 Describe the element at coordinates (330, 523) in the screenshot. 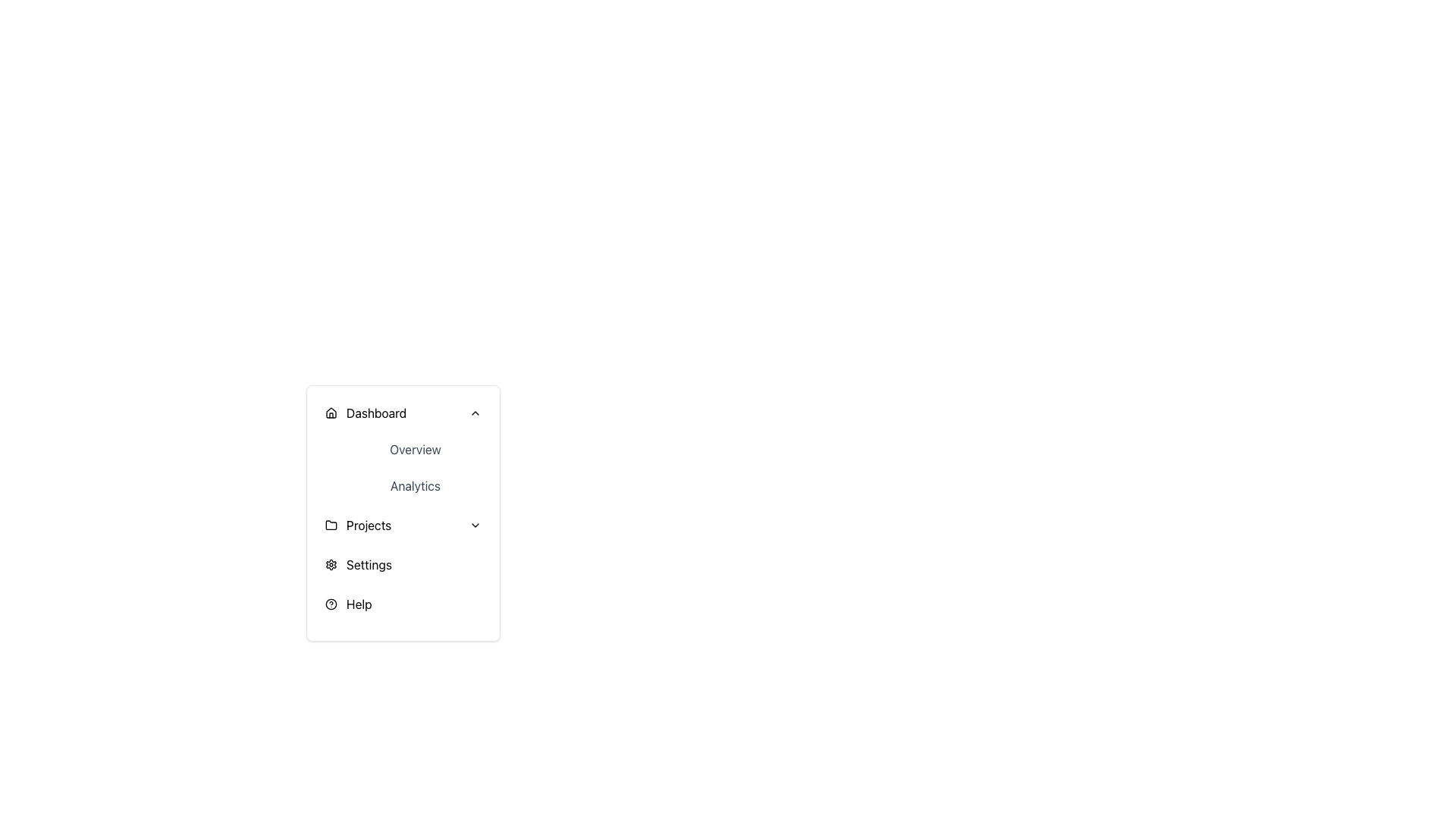

I see `the 'Projects' icon in the vertical navigation menu, which visually represents the navigation option for projects` at that location.